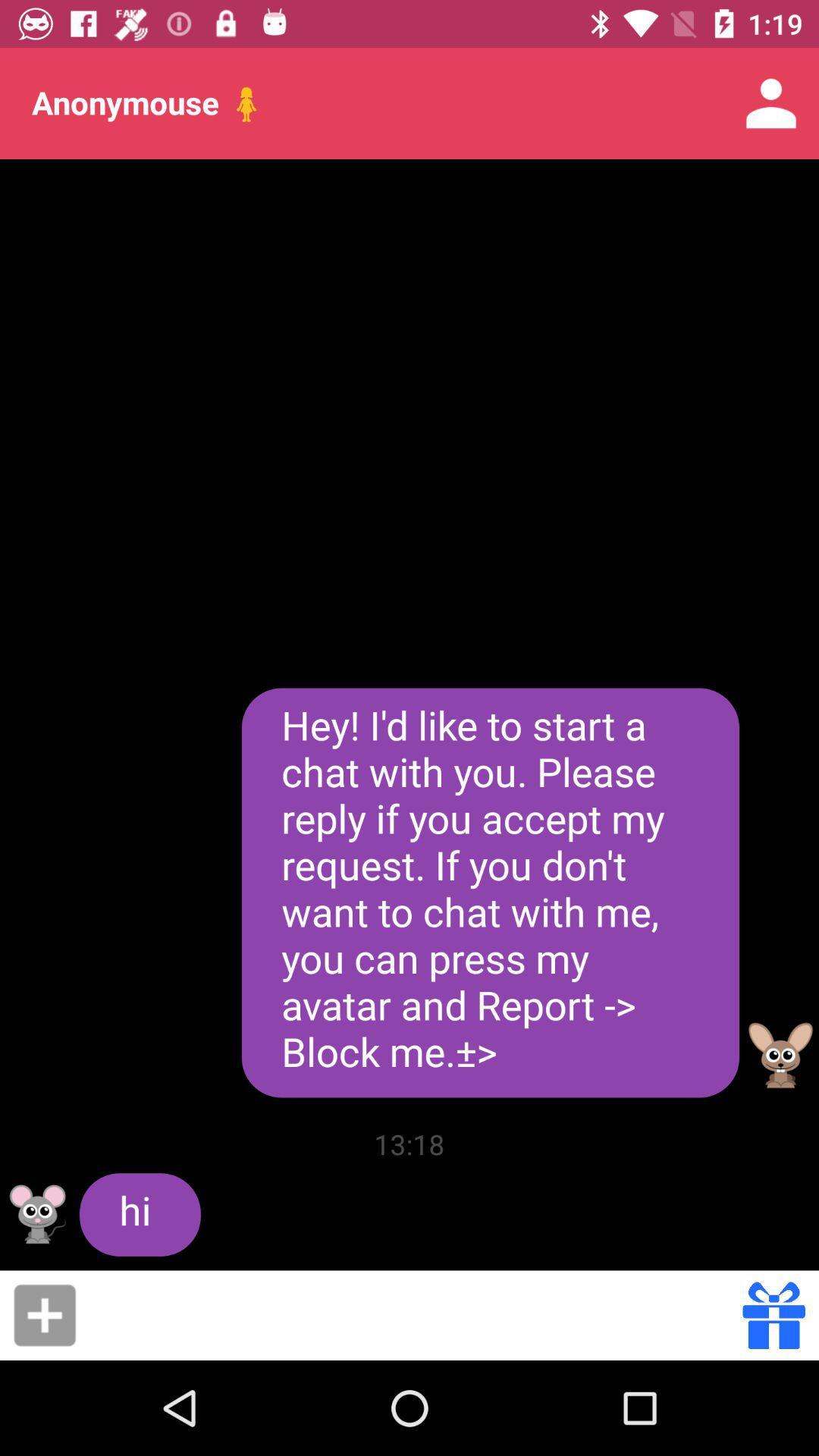  What do you see at coordinates (409, 1144) in the screenshot?
I see `the item to the right of hi  item` at bounding box center [409, 1144].